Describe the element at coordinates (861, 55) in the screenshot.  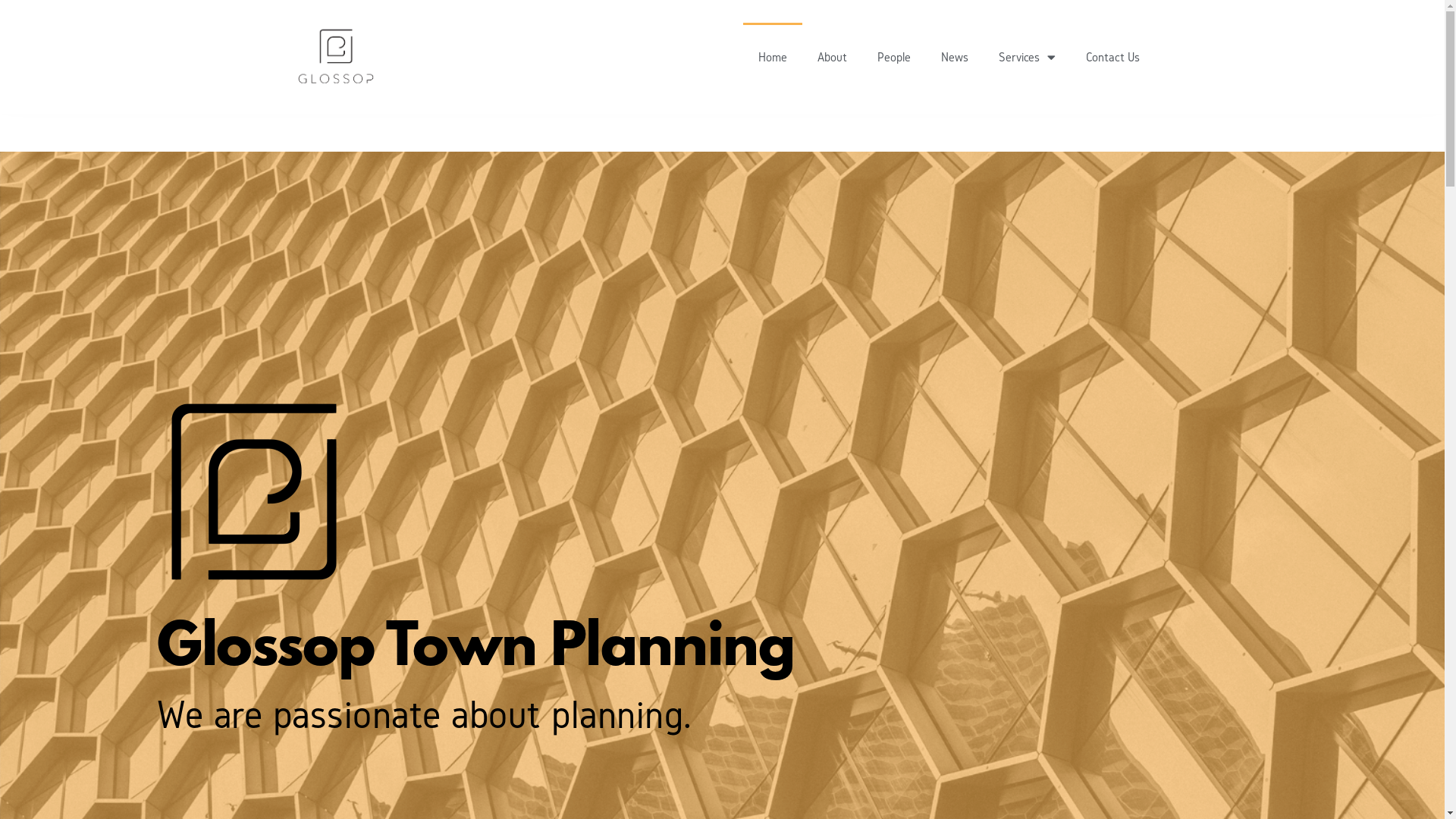
I see `'People'` at that location.